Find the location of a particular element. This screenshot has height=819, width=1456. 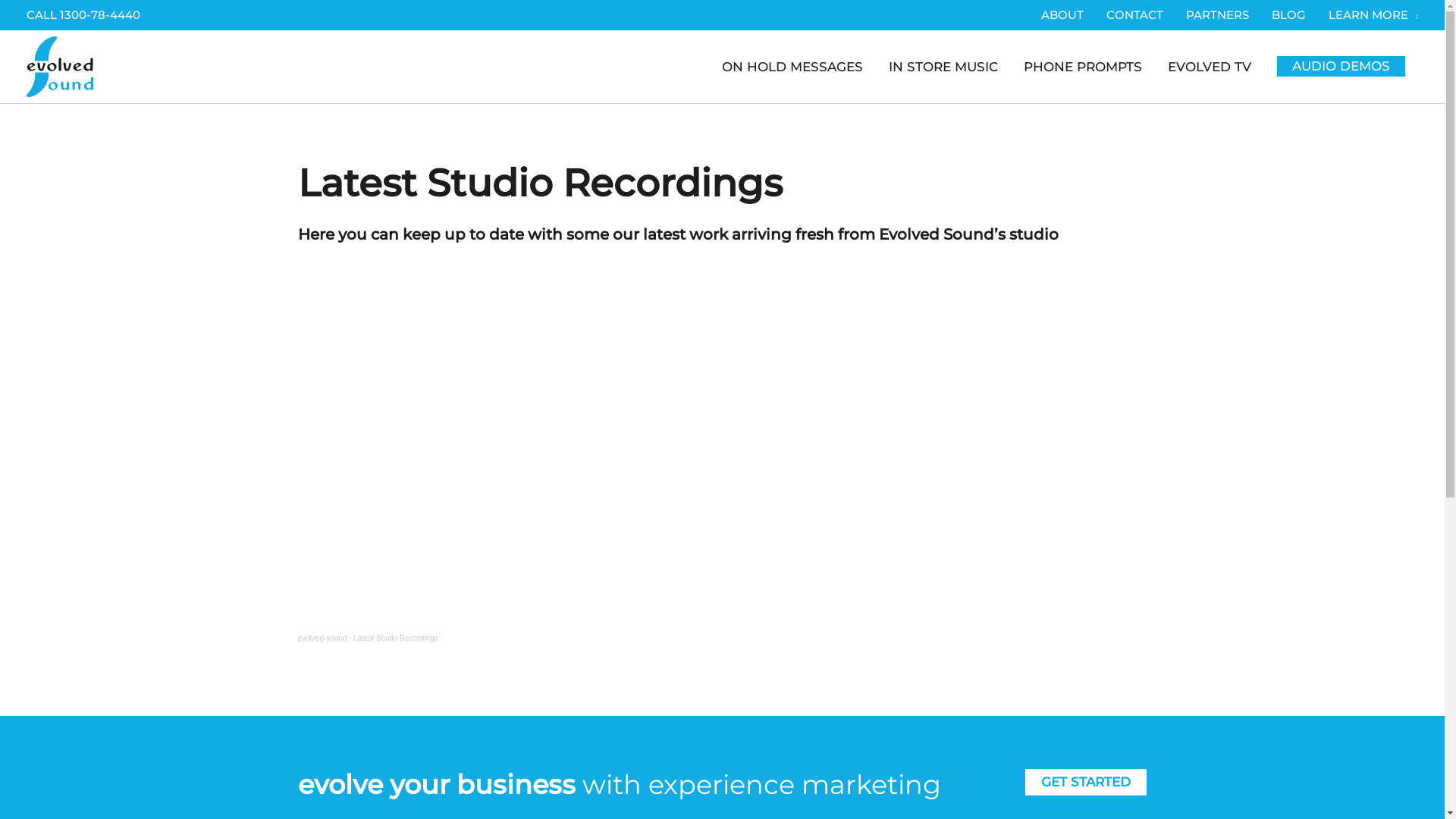

'EVOLVED TV' is located at coordinates (1208, 66).